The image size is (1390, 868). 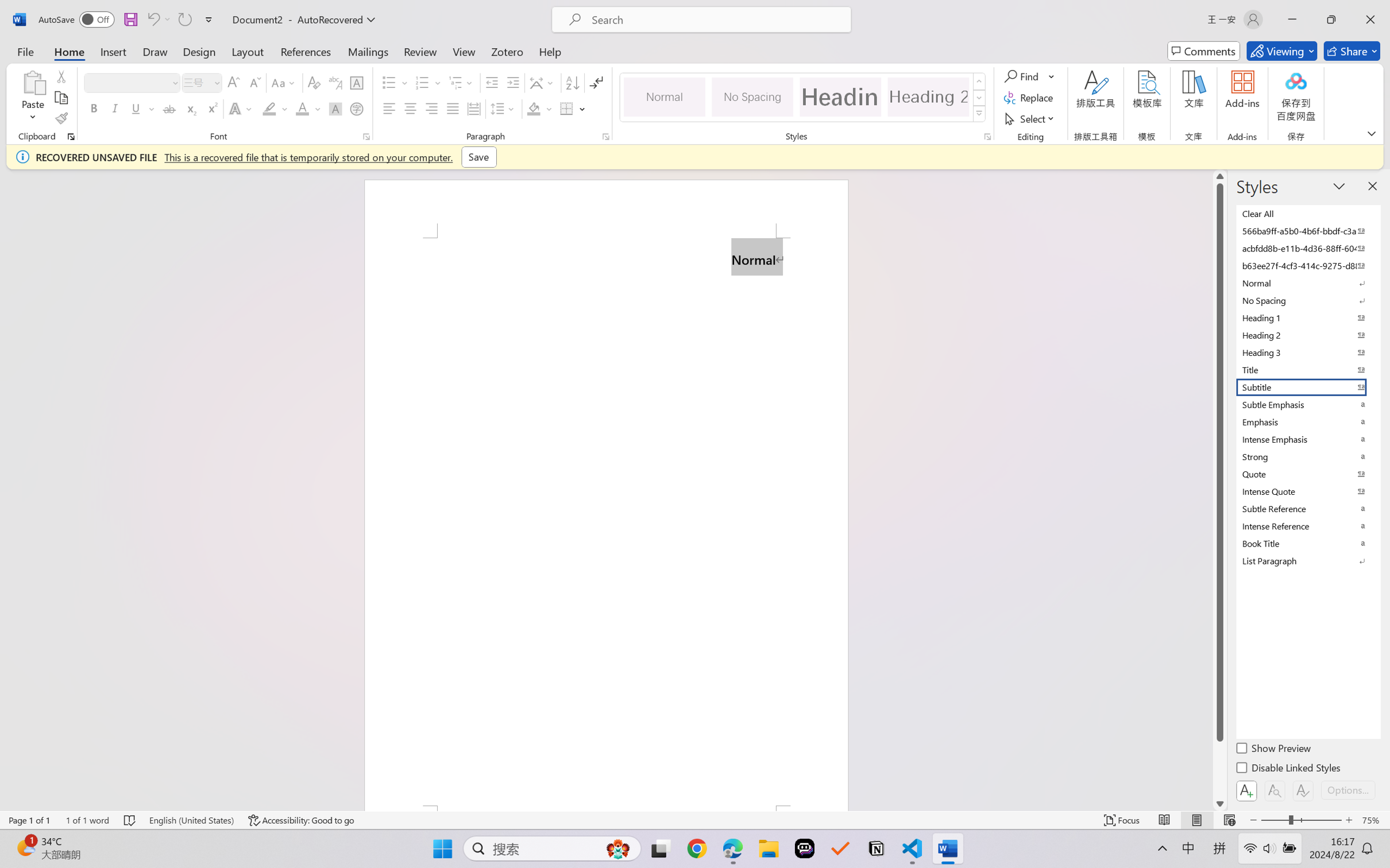 I want to click on 'No Spacing', so click(x=1307, y=300).